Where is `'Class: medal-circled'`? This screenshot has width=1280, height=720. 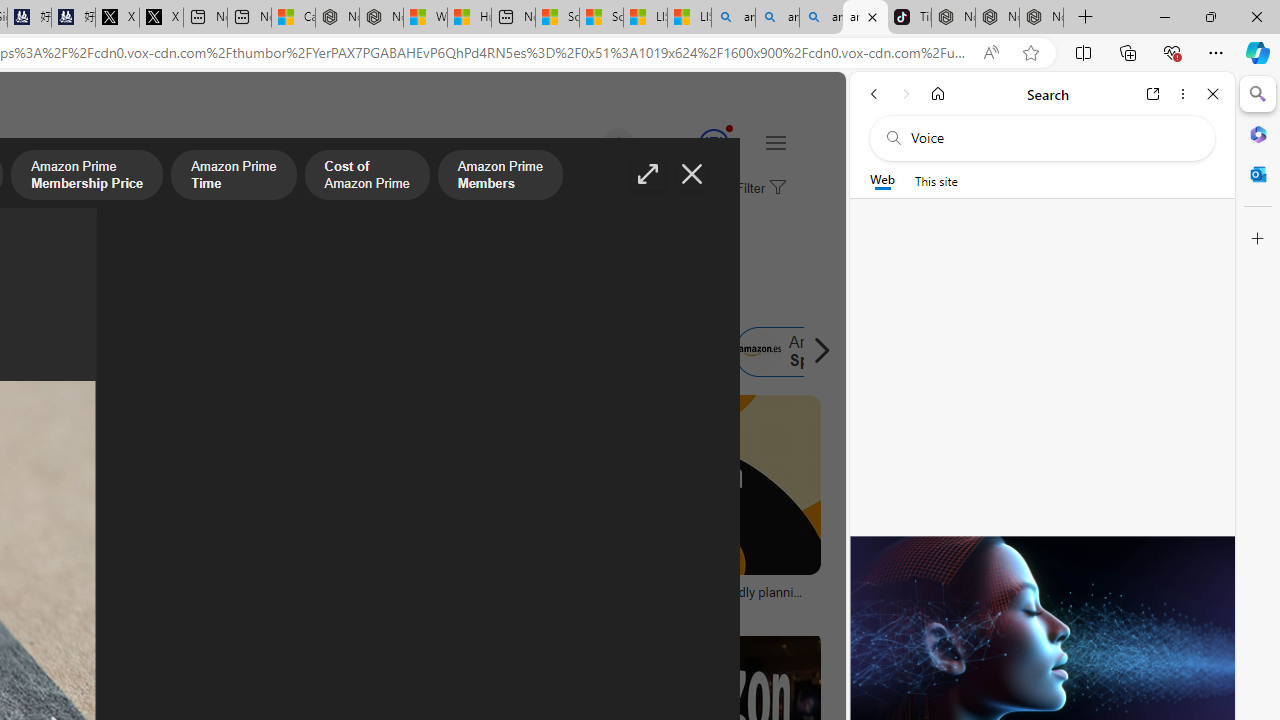
'Class: medal-circled' is located at coordinates (713, 143).